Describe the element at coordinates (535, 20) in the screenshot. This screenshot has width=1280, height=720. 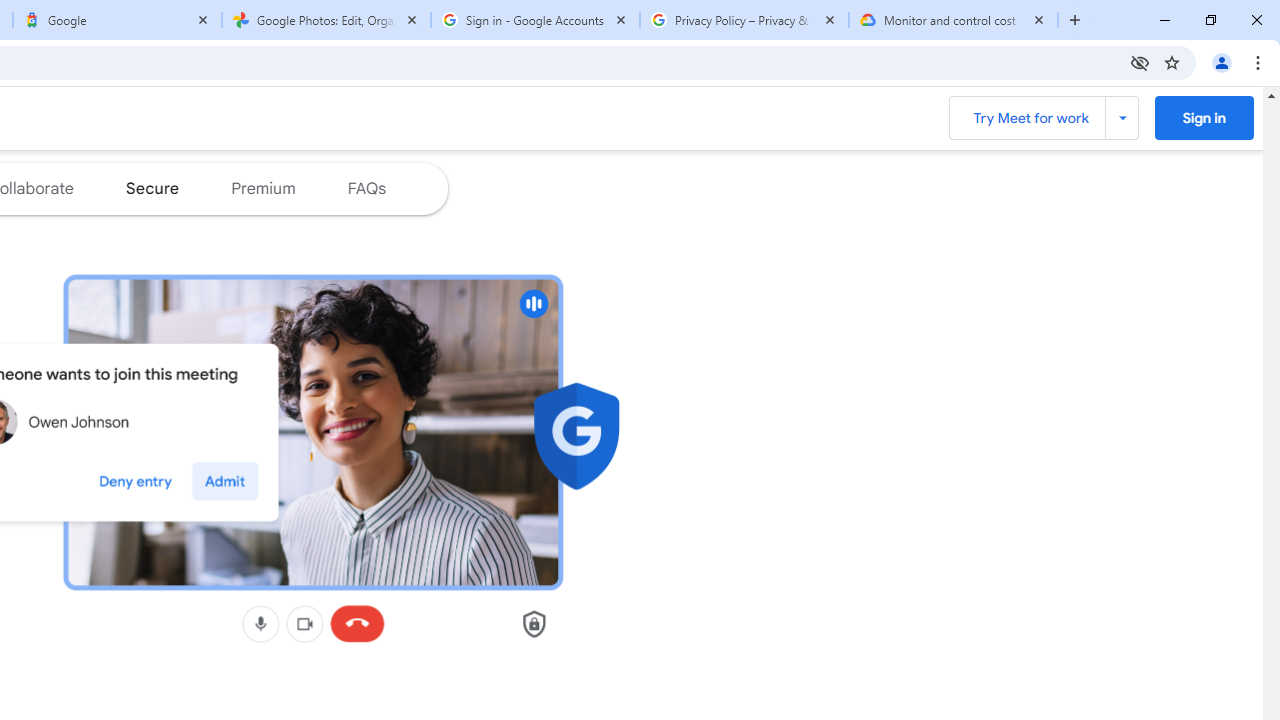
I see `'Sign in - Google Accounts'` at that location.